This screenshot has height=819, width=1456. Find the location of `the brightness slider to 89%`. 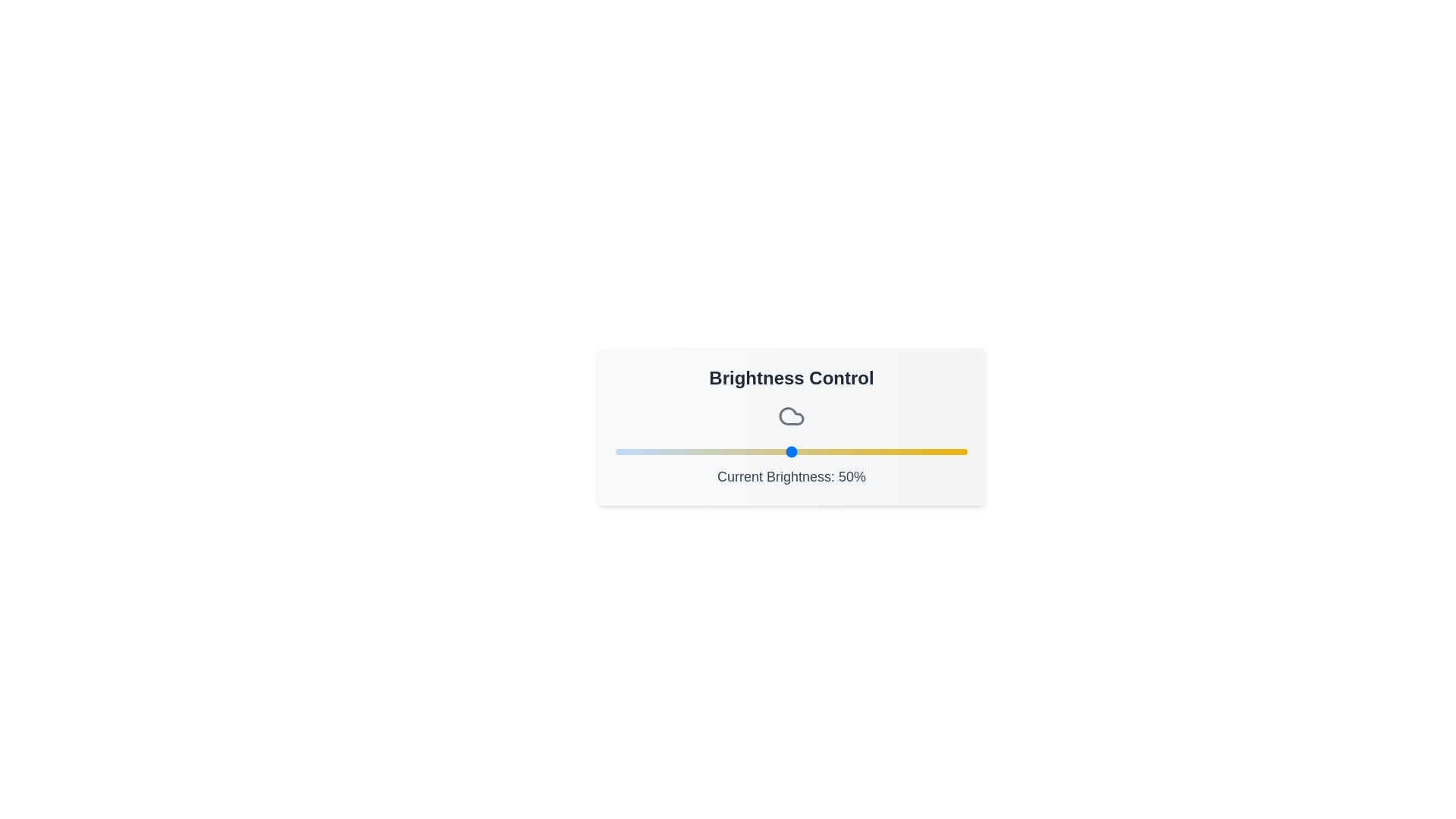

the brightness slider to 89% is located at coordinates (927, 451).